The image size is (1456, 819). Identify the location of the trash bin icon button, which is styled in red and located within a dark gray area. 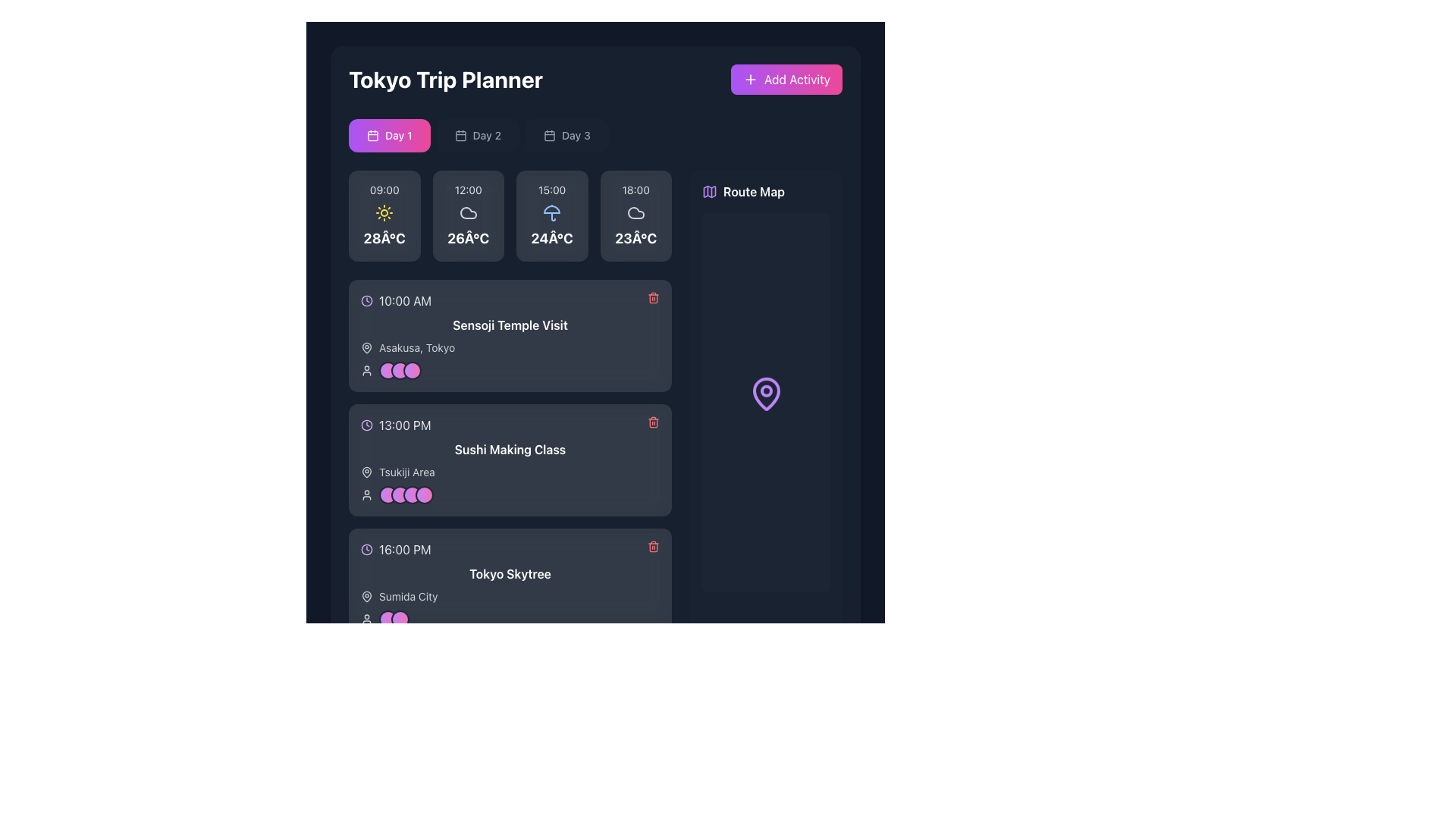
(654, 547).